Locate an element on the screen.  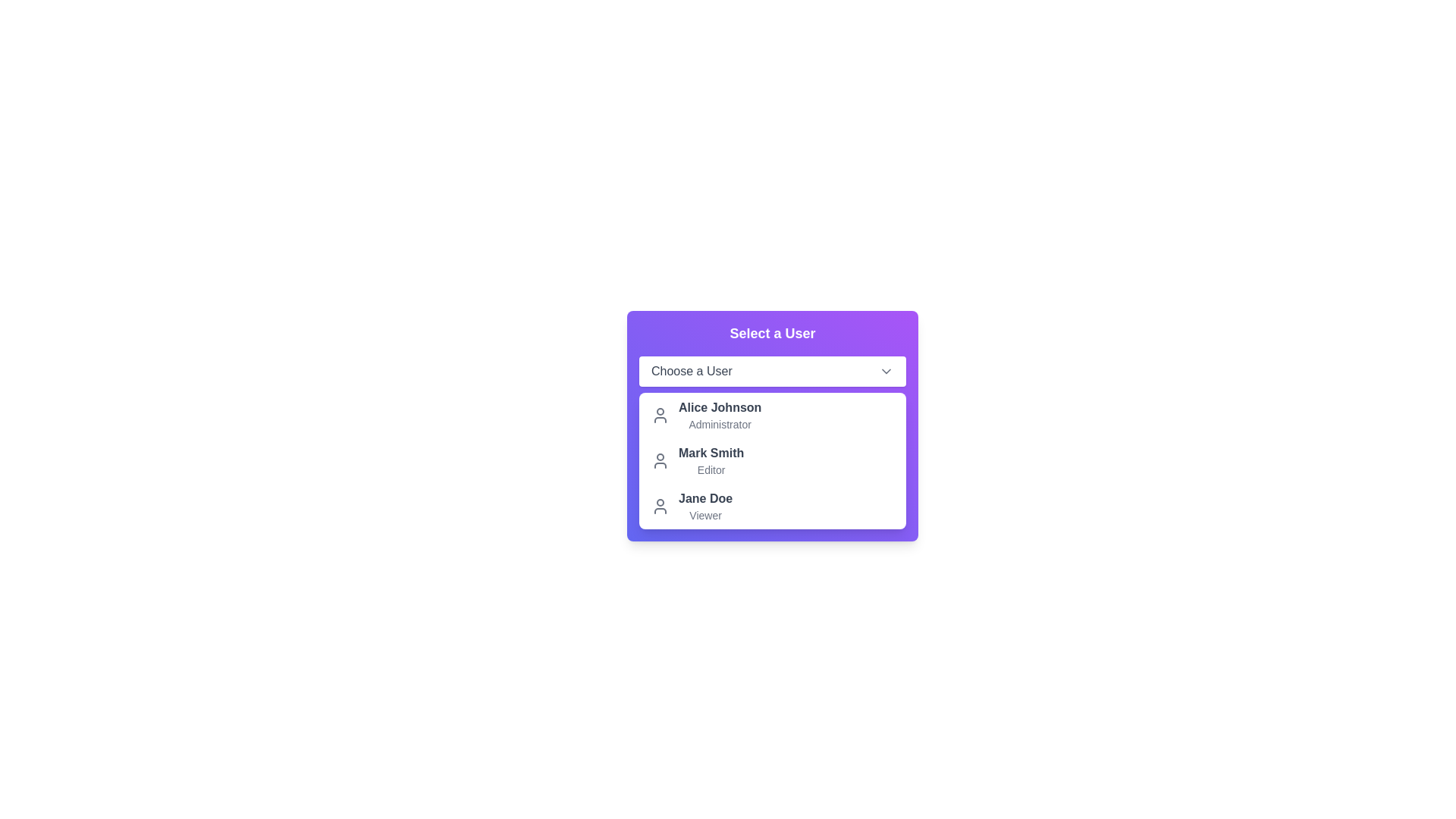
the list item labeled 'Jane Doe' within the drop-down menu is located at coordinates (772, 506).